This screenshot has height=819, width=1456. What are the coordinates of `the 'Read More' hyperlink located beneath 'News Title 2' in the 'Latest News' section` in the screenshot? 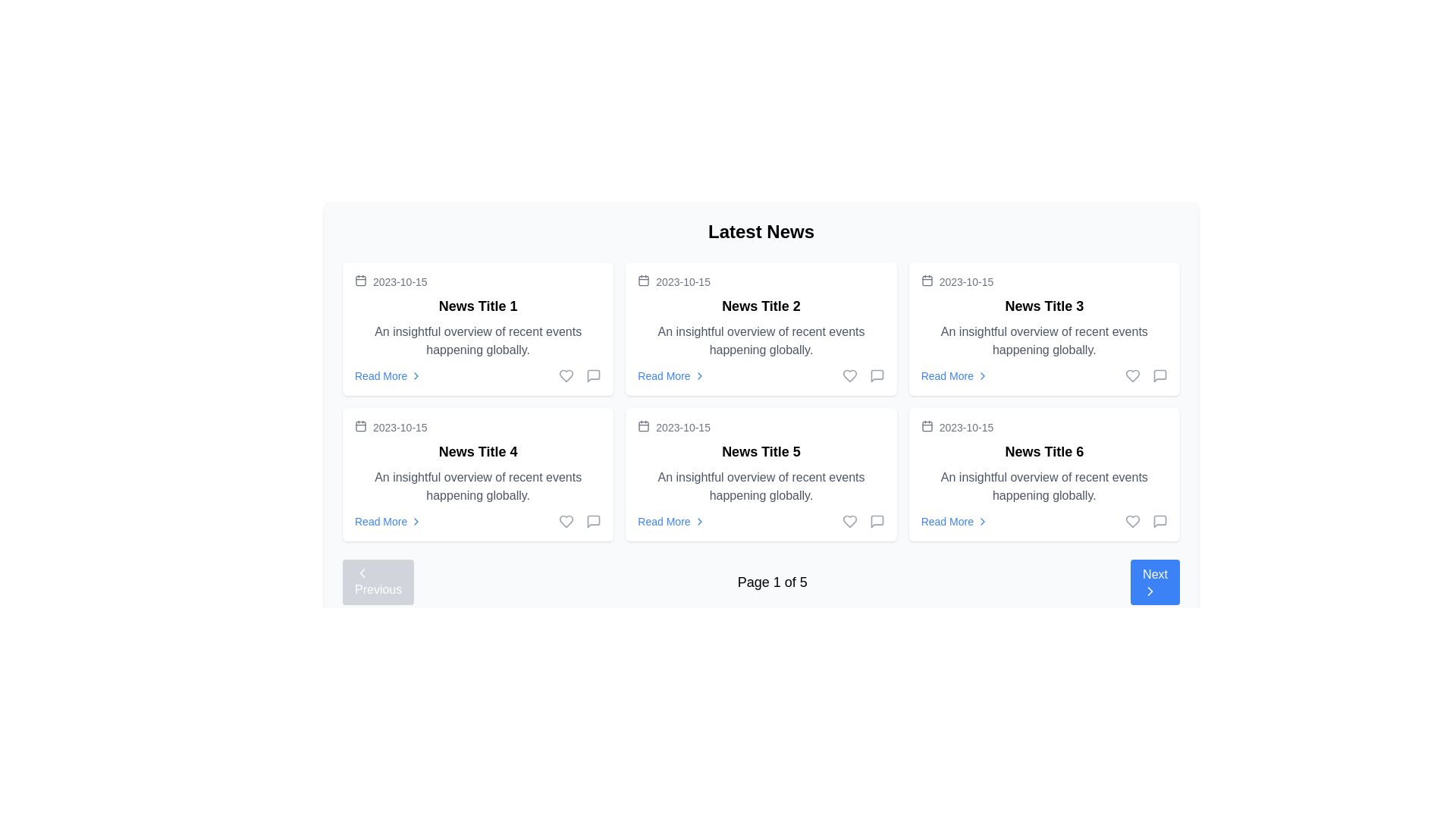 It's located at (670, 375).